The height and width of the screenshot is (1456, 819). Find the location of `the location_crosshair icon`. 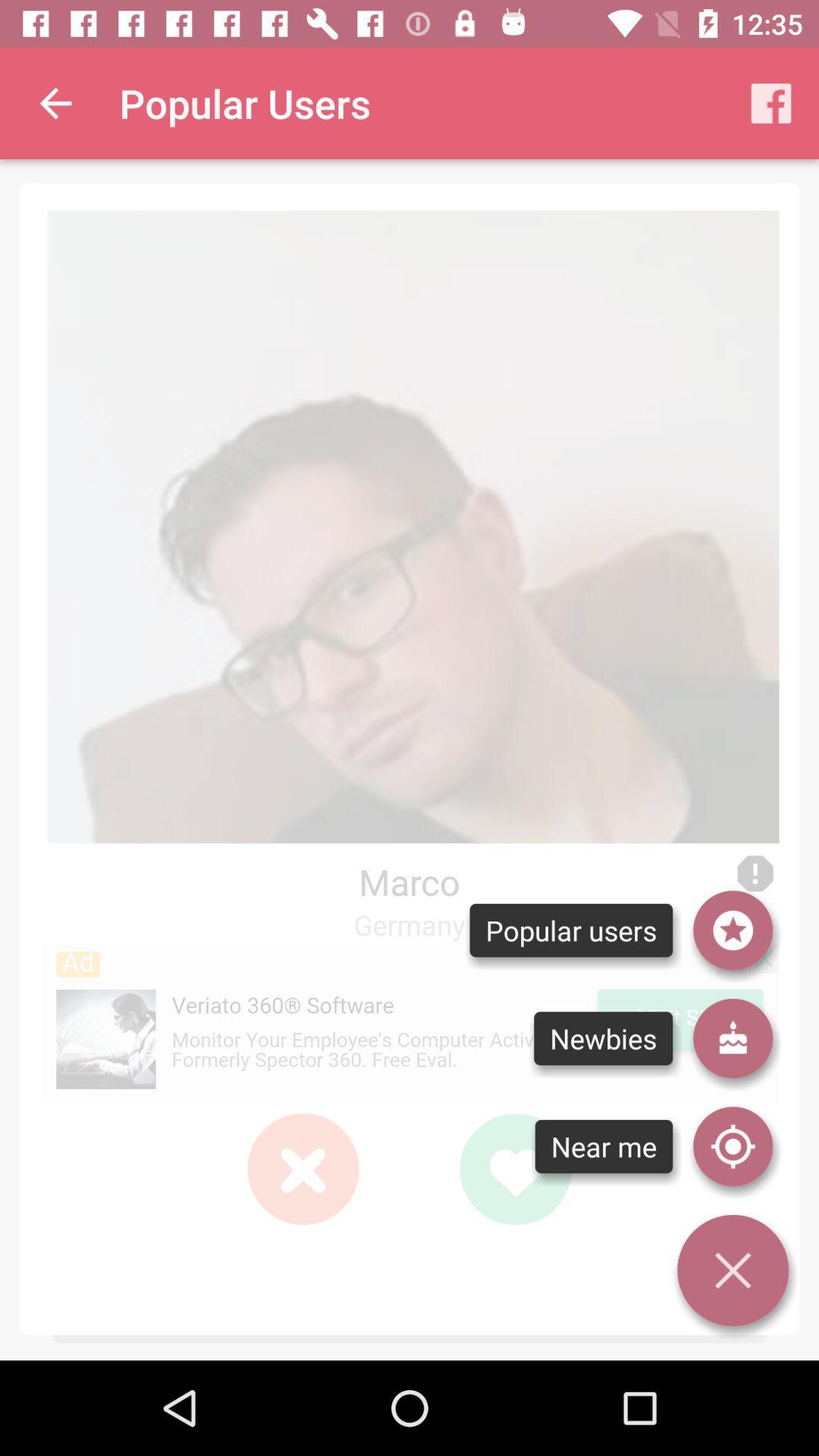

the location_crosshair icon is located at coordinates (732, 1147).